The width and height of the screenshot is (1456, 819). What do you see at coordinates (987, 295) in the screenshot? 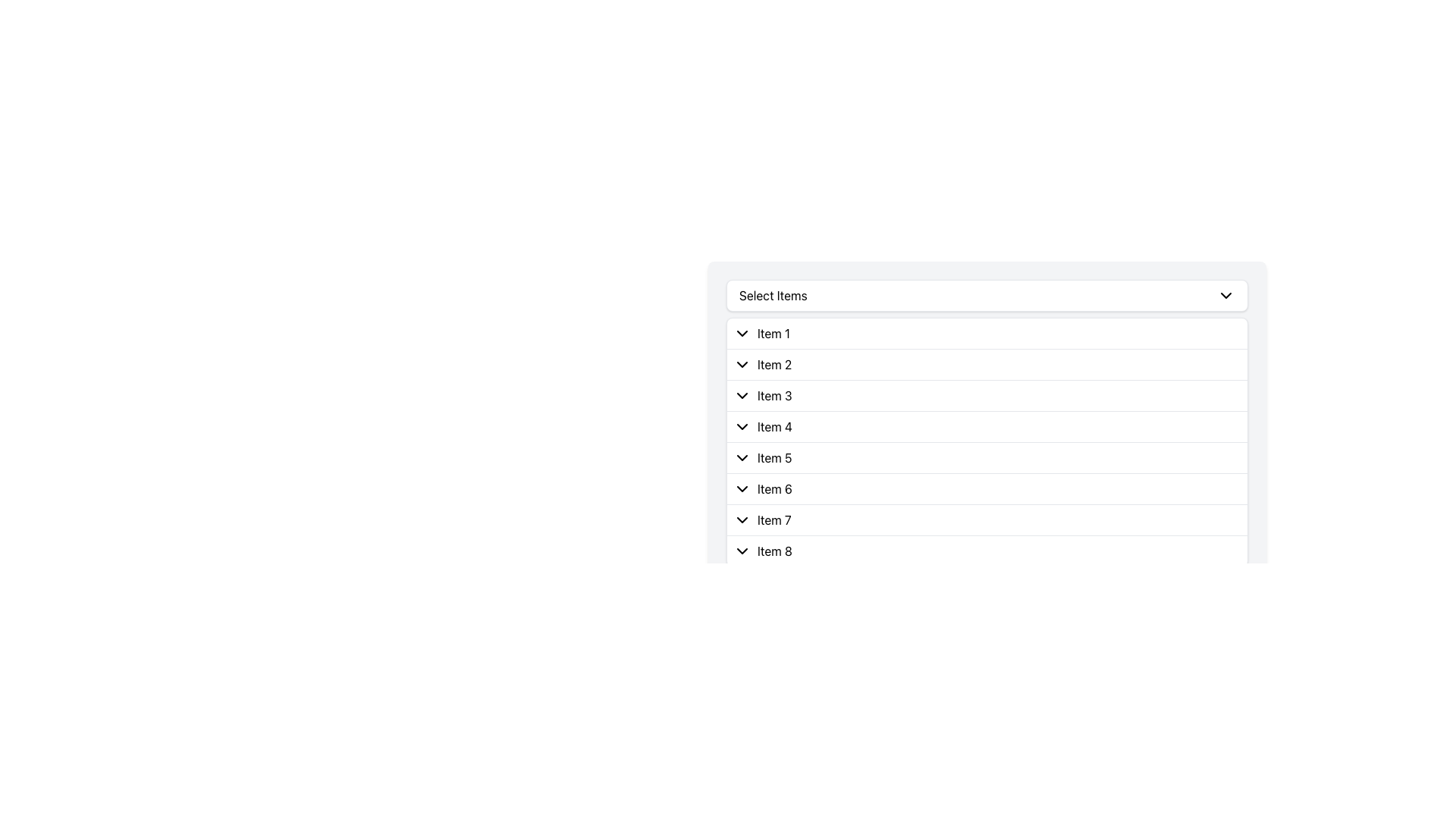
I see `the Dropdown menu trigger` at bounding box center [987, 295].